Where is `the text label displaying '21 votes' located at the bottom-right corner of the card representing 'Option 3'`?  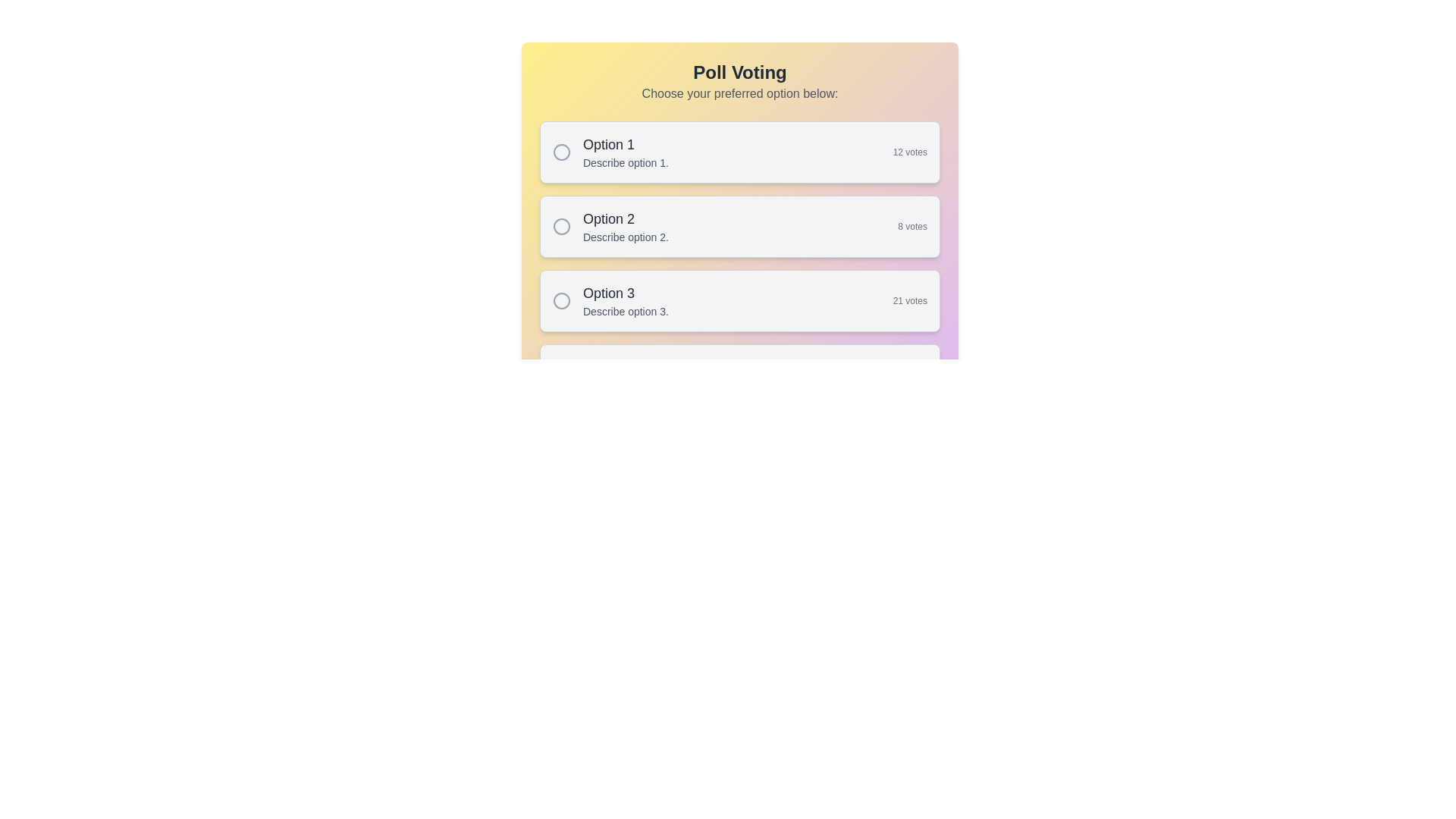
the text label displaying '21 votes' located at the bottom-right corner of the card representing 'Option 3' is located at coordinates (910, 301).